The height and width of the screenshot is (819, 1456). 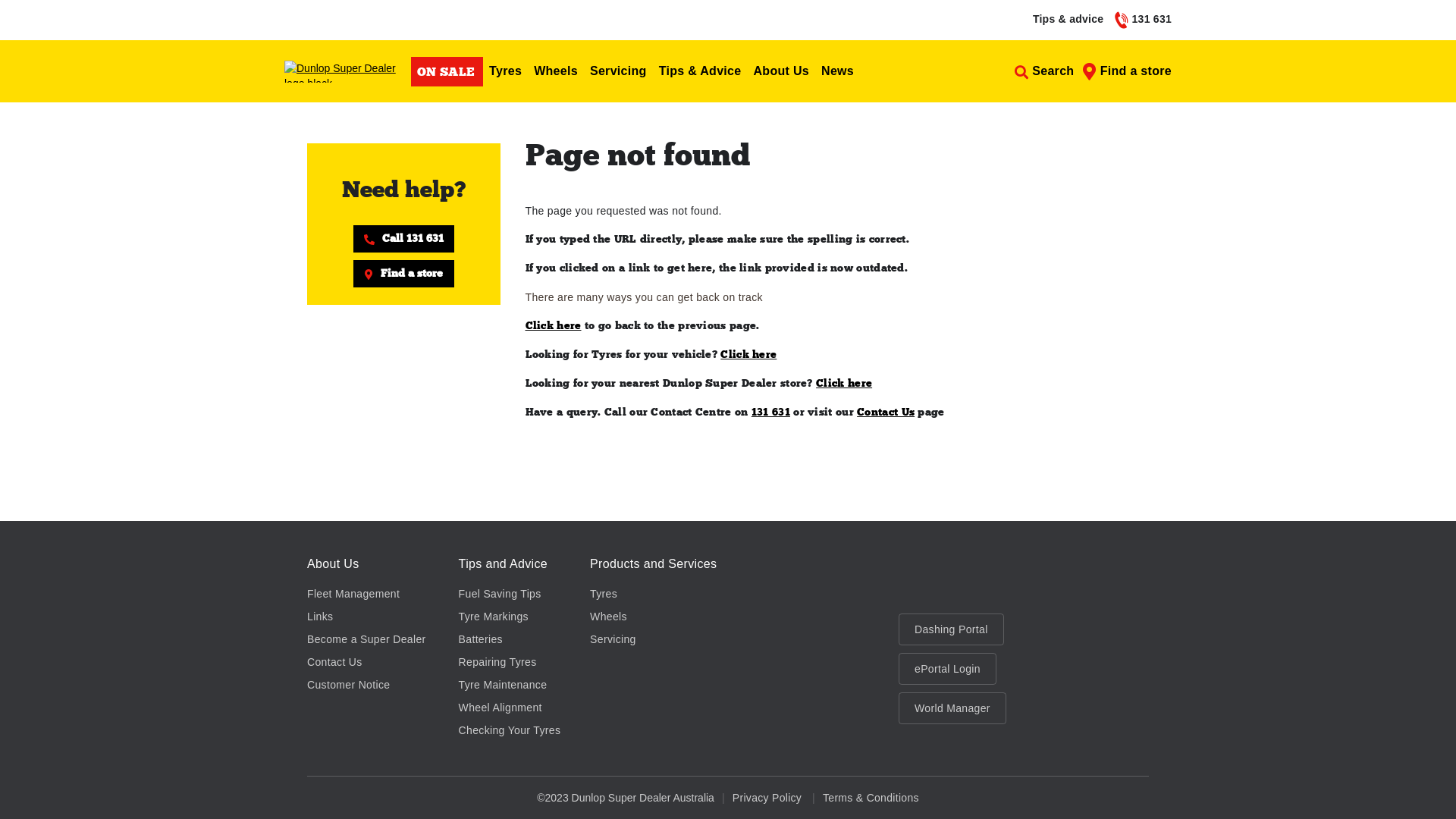 I want to click on 'Privacy Policy', so click(x=767, y=797).